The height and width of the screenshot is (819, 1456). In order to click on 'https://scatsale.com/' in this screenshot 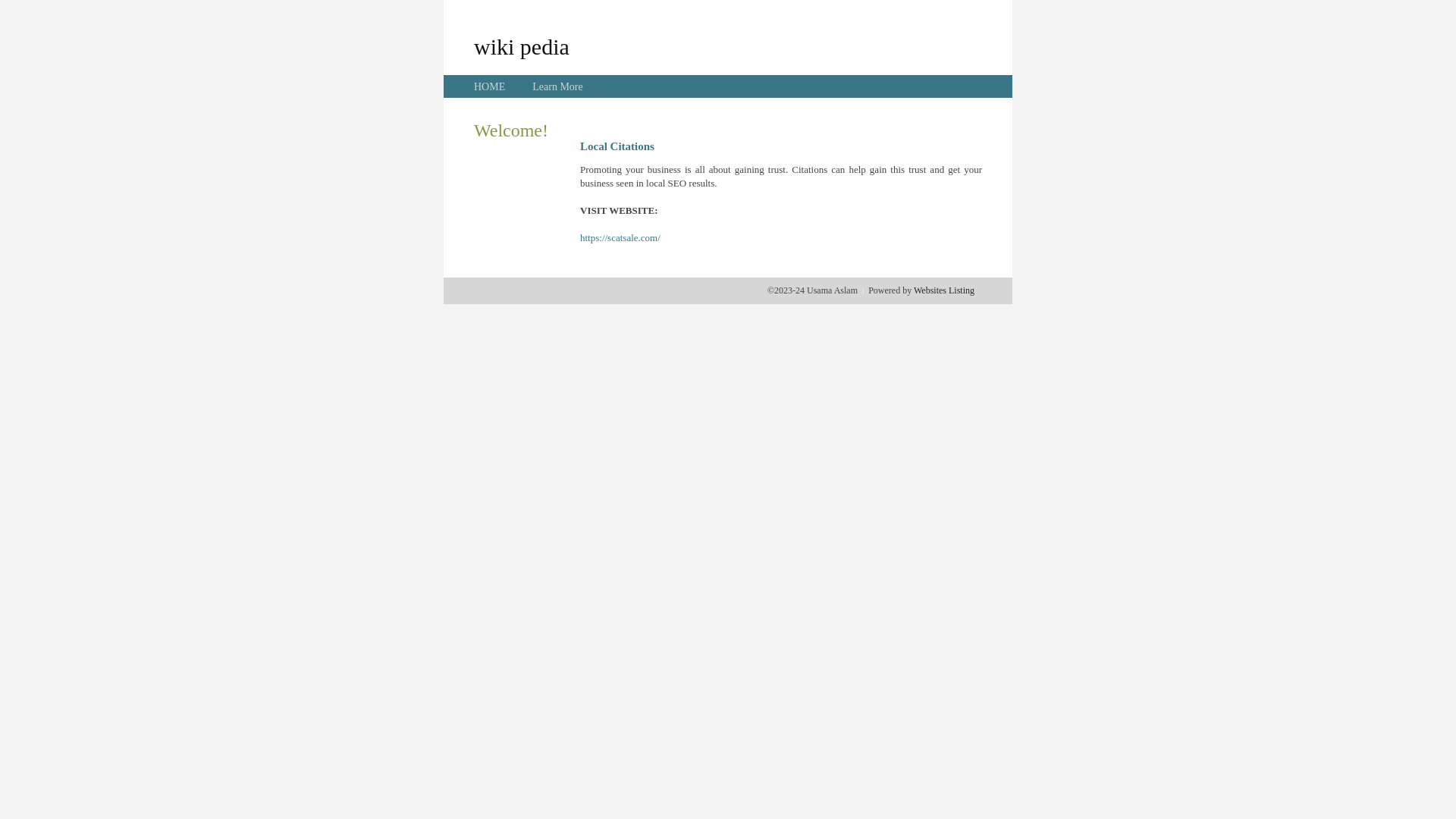, I will do `click(620, 237)`.